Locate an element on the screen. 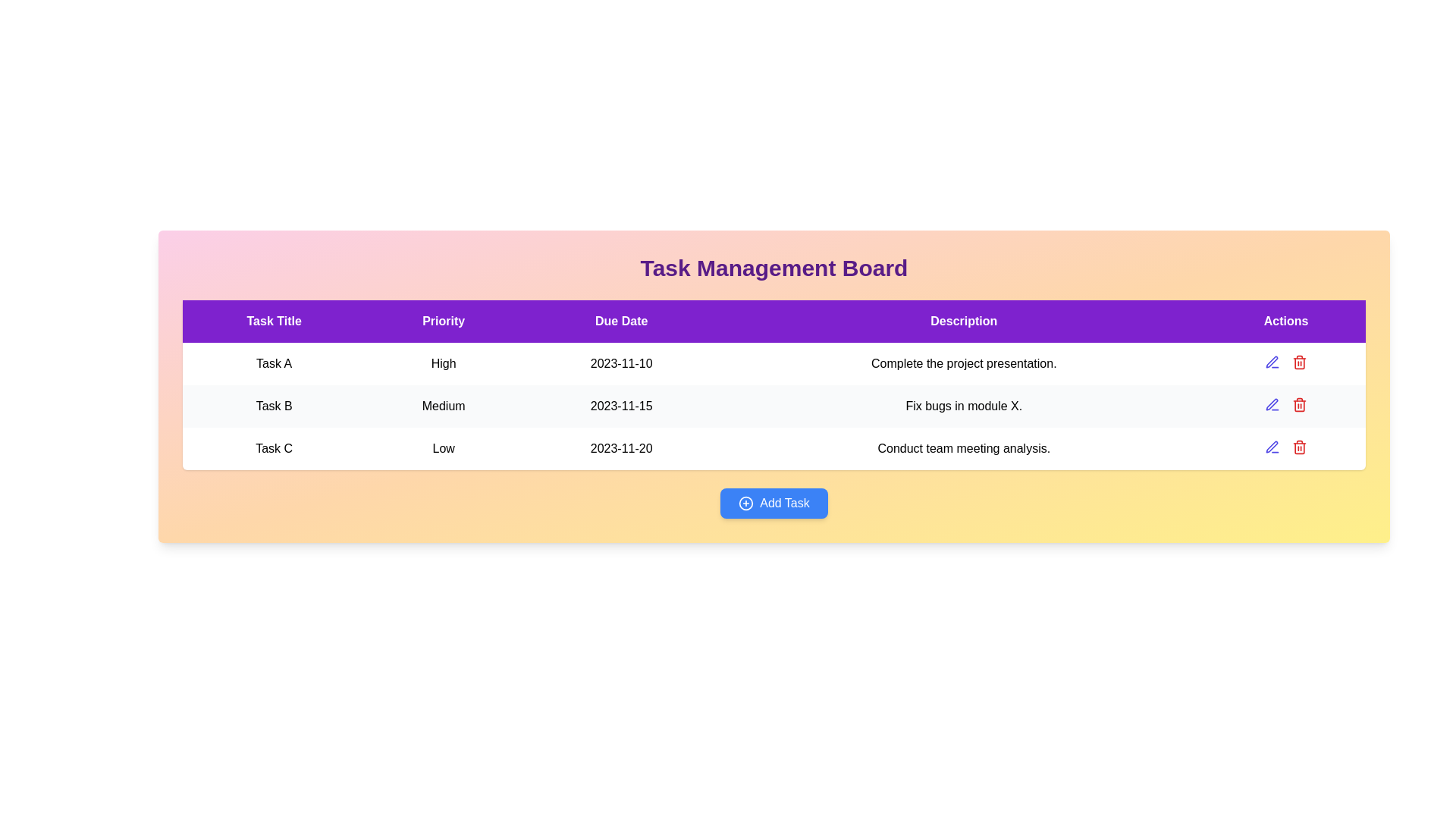 Image resolution: width=1456 pixels, height=819 pixels. the Table Header Cell that has a purple background and displays the word 'Priority', positioned between 'Task Title' and 'Due Date' is located at coordinates (443, 321).